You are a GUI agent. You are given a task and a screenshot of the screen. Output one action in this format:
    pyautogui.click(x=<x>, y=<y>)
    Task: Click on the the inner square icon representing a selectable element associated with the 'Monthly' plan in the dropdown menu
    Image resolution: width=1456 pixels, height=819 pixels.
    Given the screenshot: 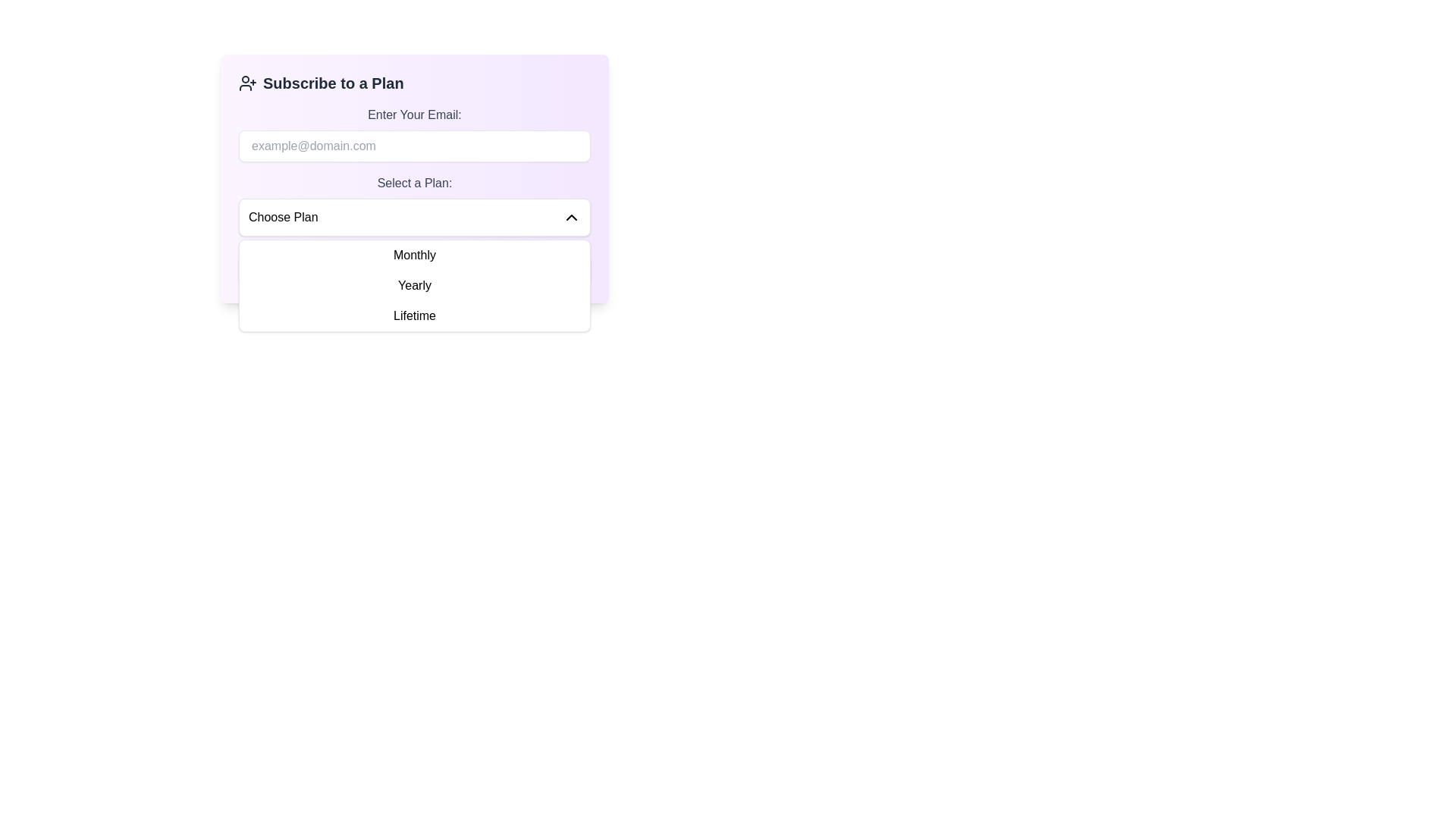 What is the action you would take?
    pyautogui.click(x=527, y=268)
    